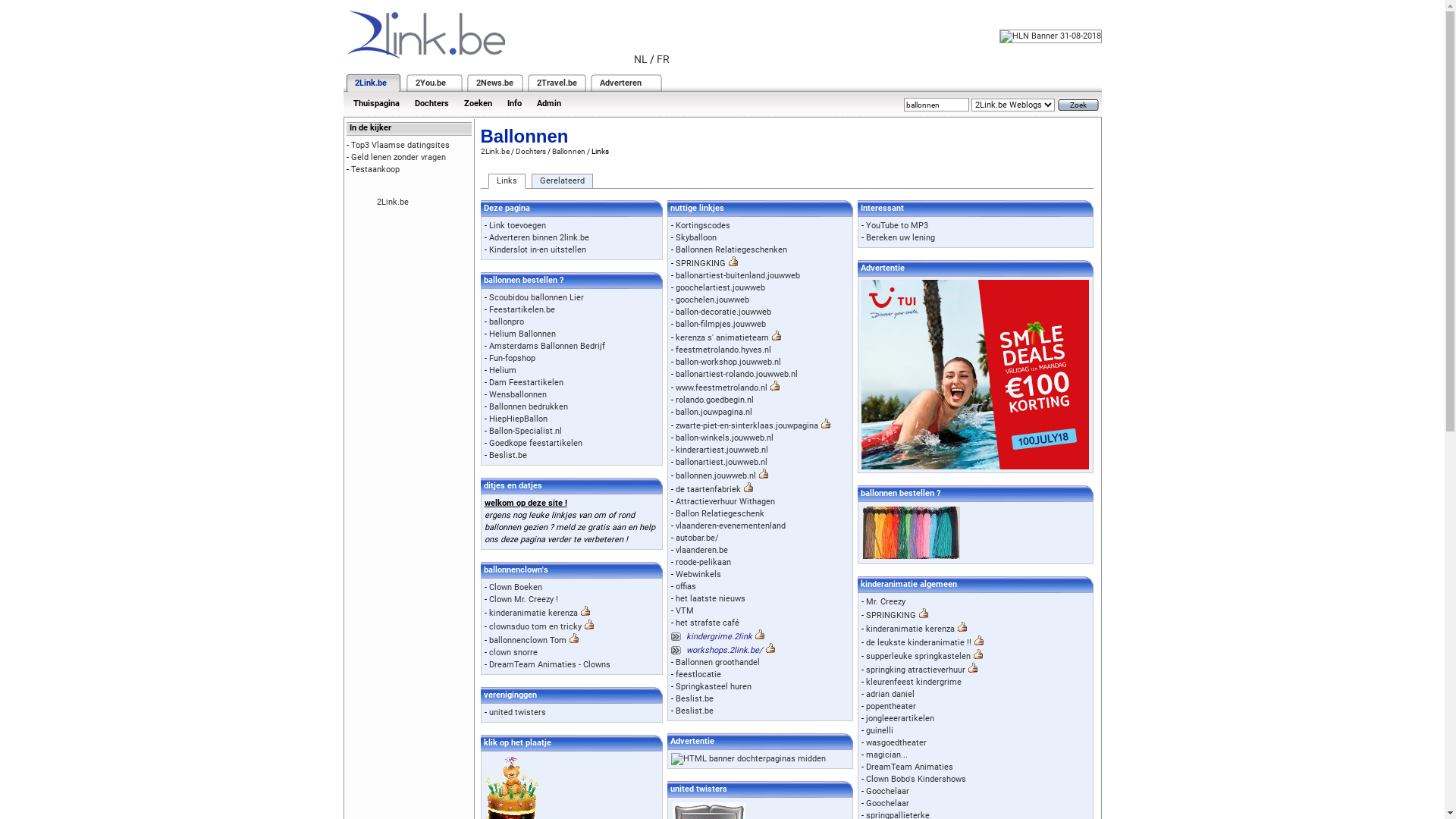 This screenshot has width=1456, height=819. I want to click on 'Thuispagina', so click(345, 102).